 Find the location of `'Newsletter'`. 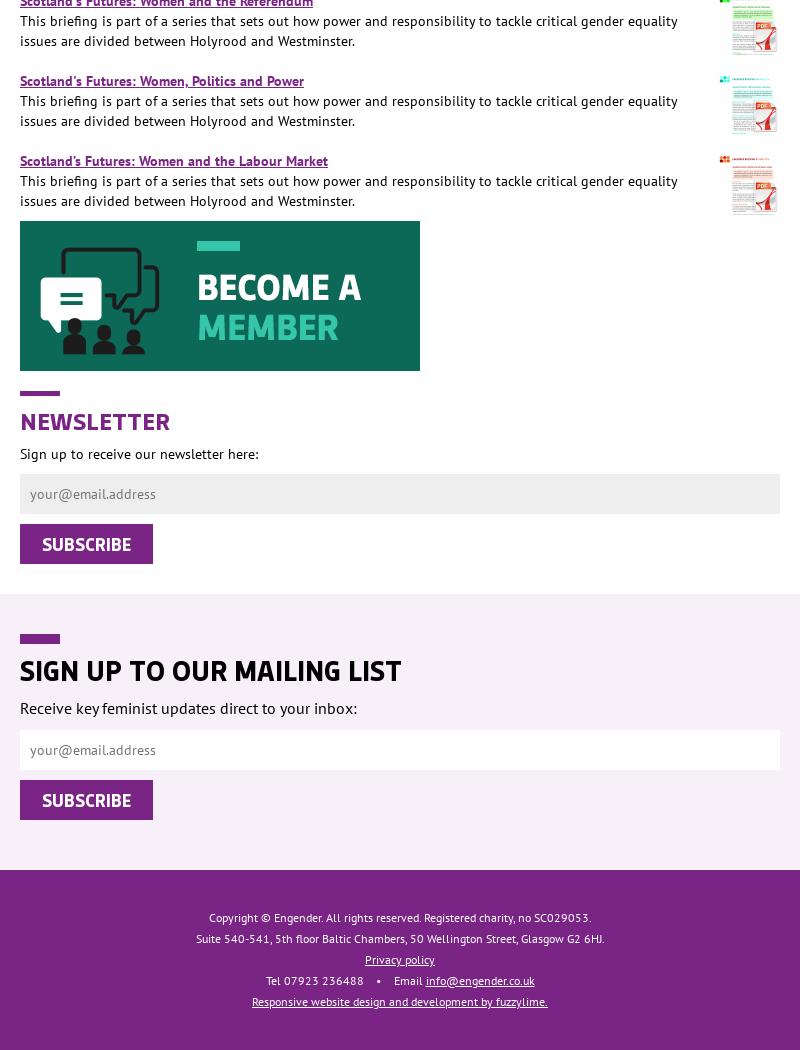

'Newsletter' is located at coordinates (94, 419).